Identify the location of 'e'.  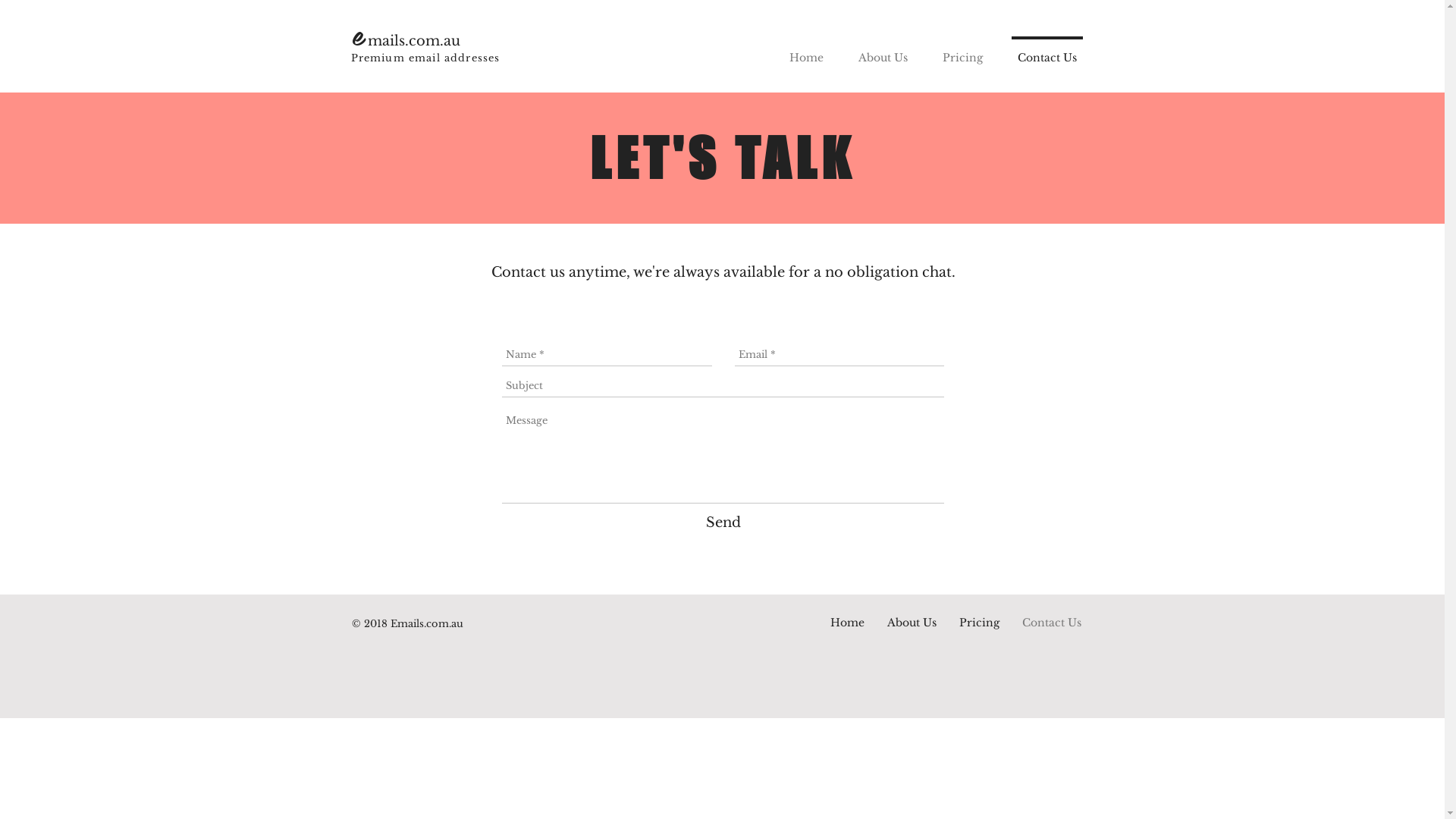
(359, 34).